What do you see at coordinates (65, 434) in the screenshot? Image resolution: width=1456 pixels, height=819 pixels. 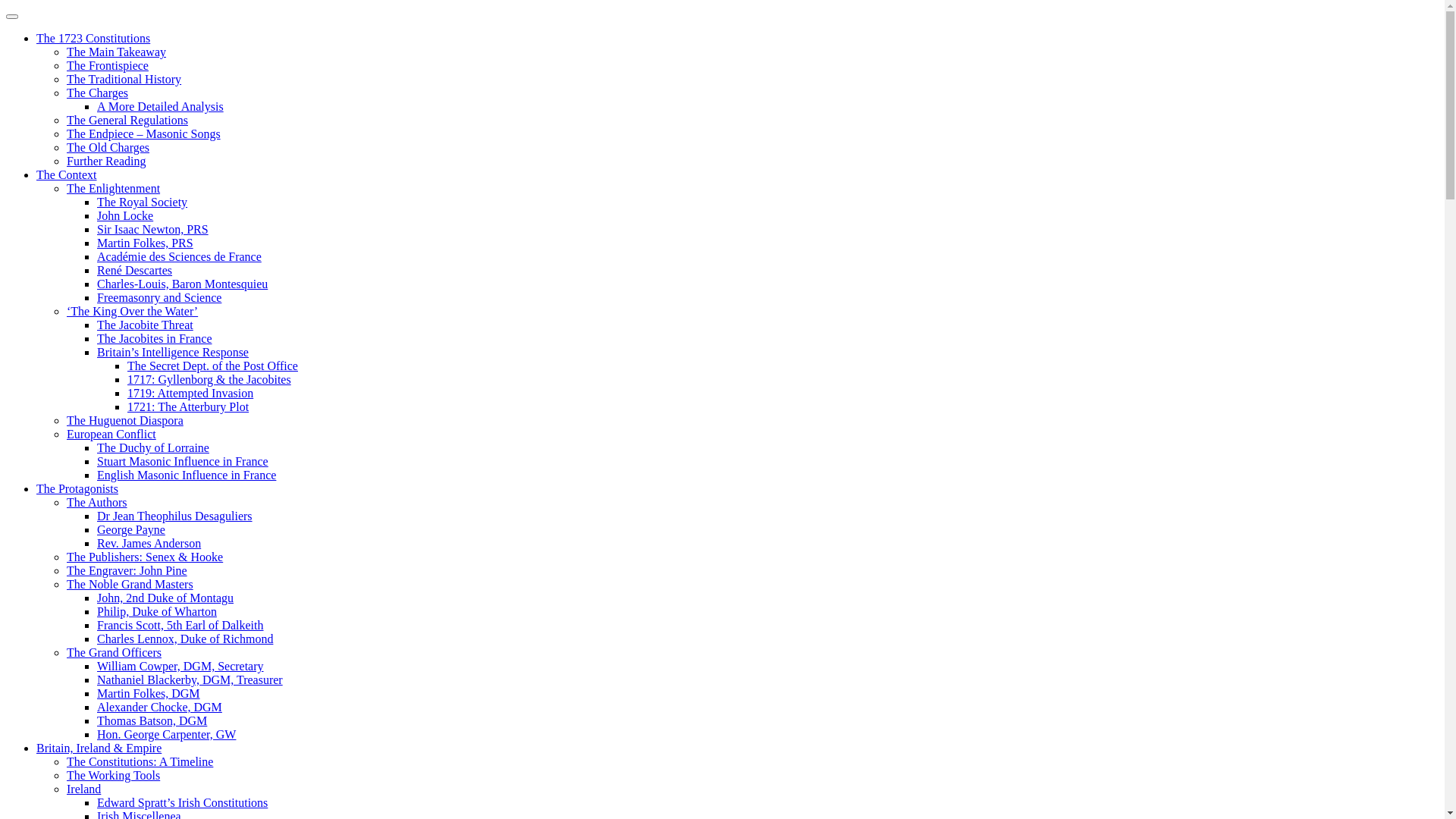 I see `'European Conflict'` at bounding box center [65, 434].